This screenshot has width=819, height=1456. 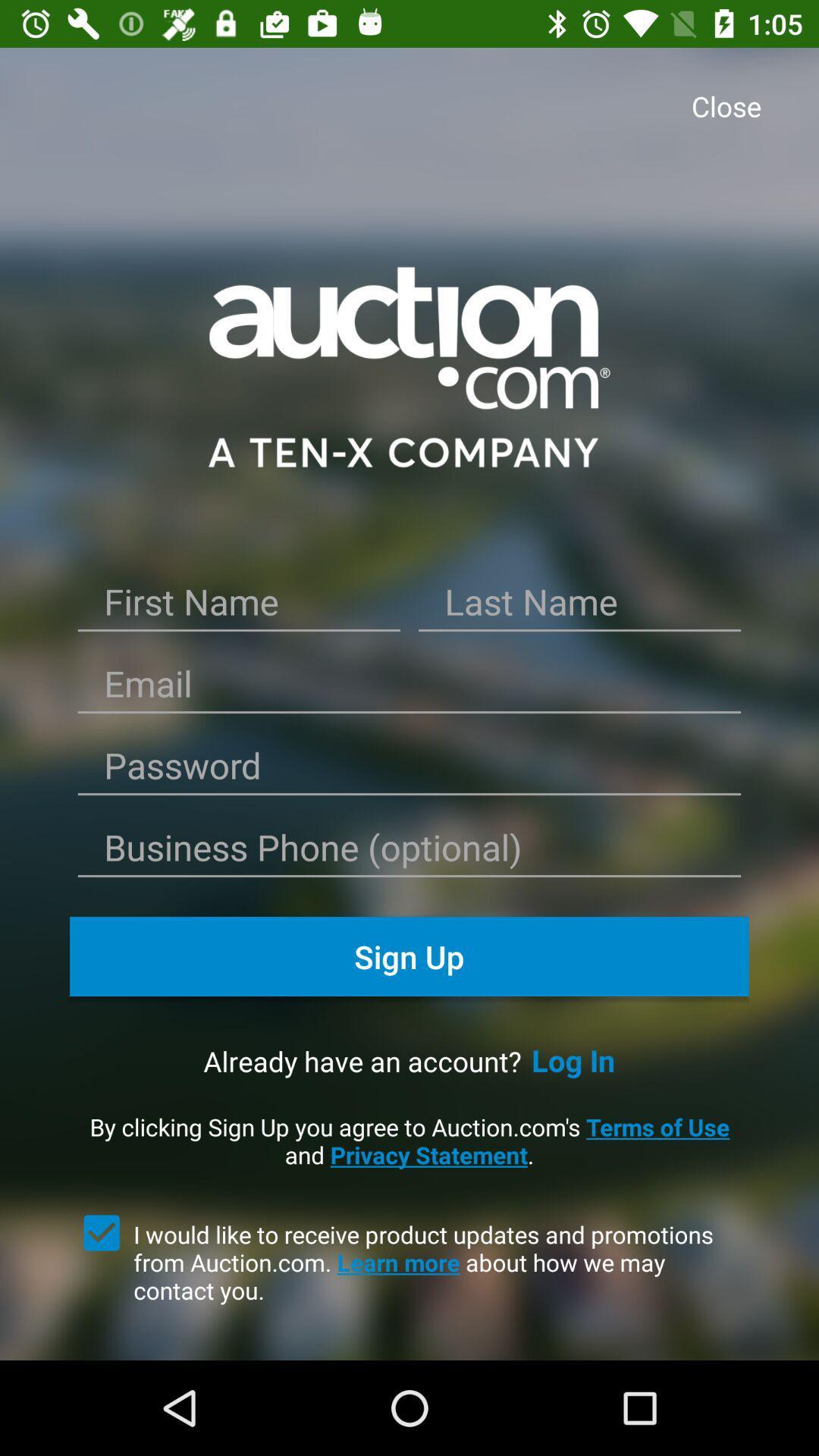 What do you see at coordinates (102, 1233) in the screenshot?
I see `the icon below by clicking sign` at bounding box center [102, 1233].